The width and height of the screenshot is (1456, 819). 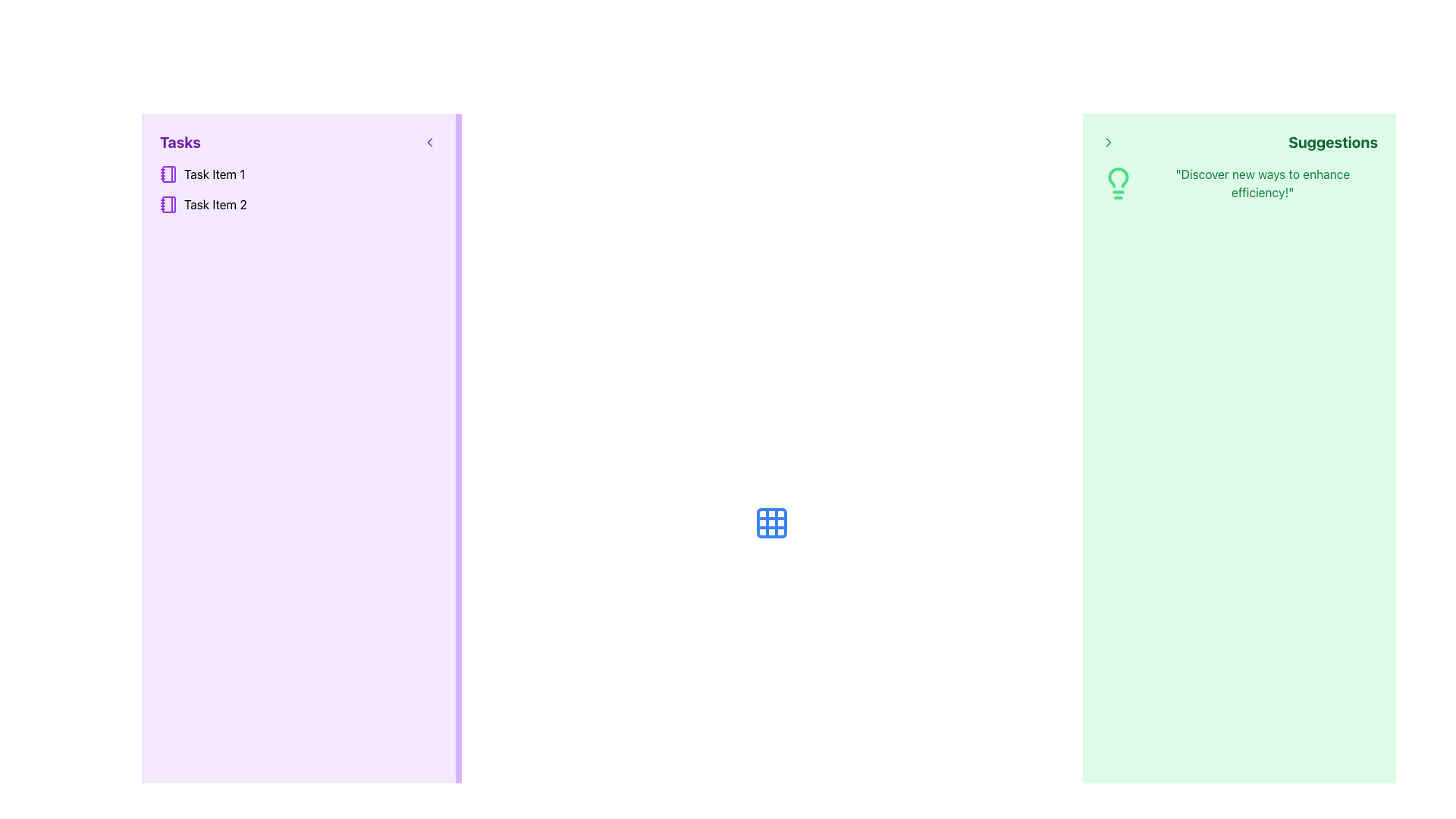 What do you see at coordinates (428, 143) in the screenshot?
I see `the leftward-facing chevron icon styled in purple, located at the top-right corner of the 'Tasks' section in the left panel` at bounding box center [428, 143].